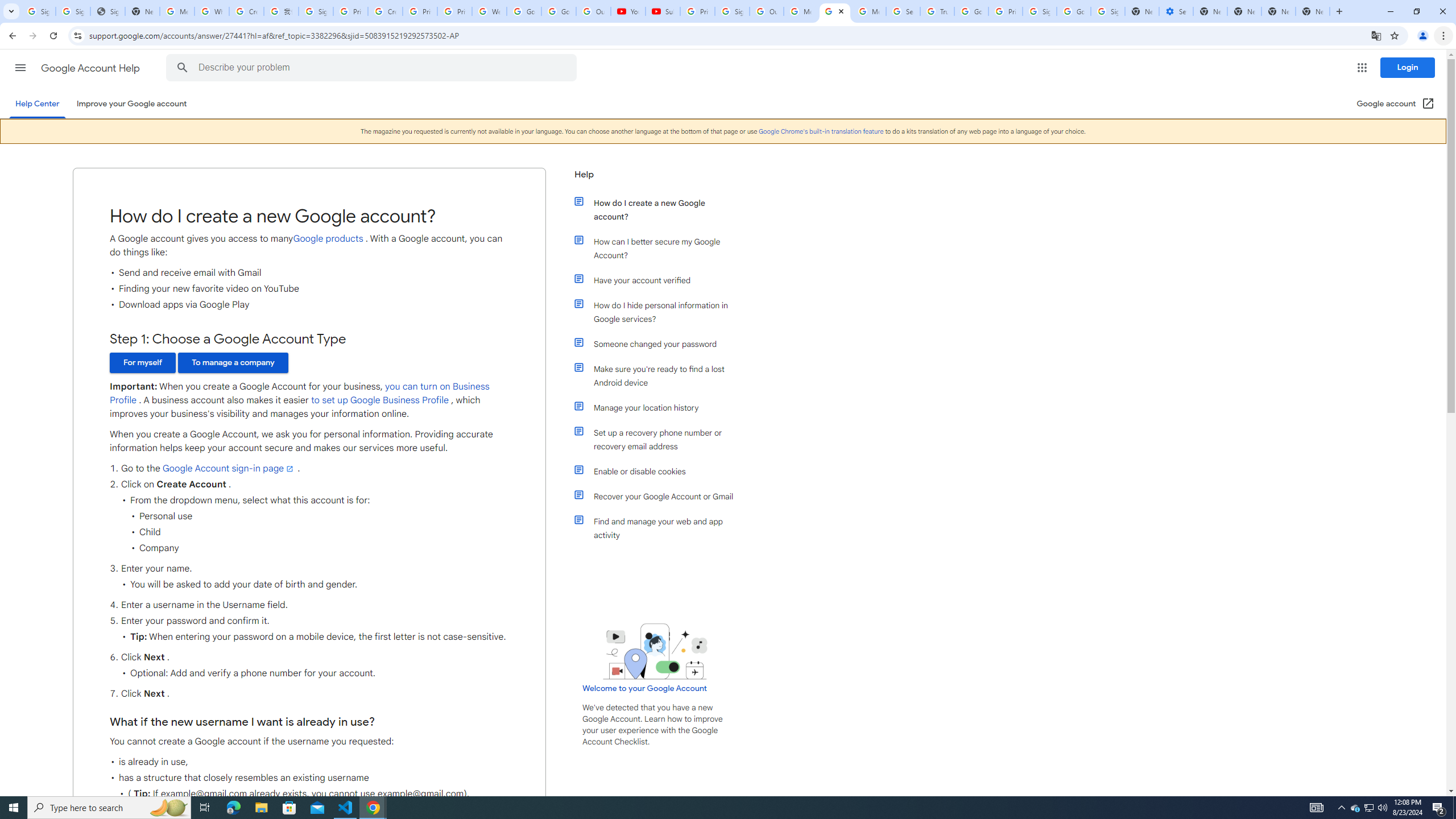 The height and width of the screenshot is (819, 1456). Describe the element at coordinates (821, 131) in the screenshot. I see `'Google Chrome'` at that location.